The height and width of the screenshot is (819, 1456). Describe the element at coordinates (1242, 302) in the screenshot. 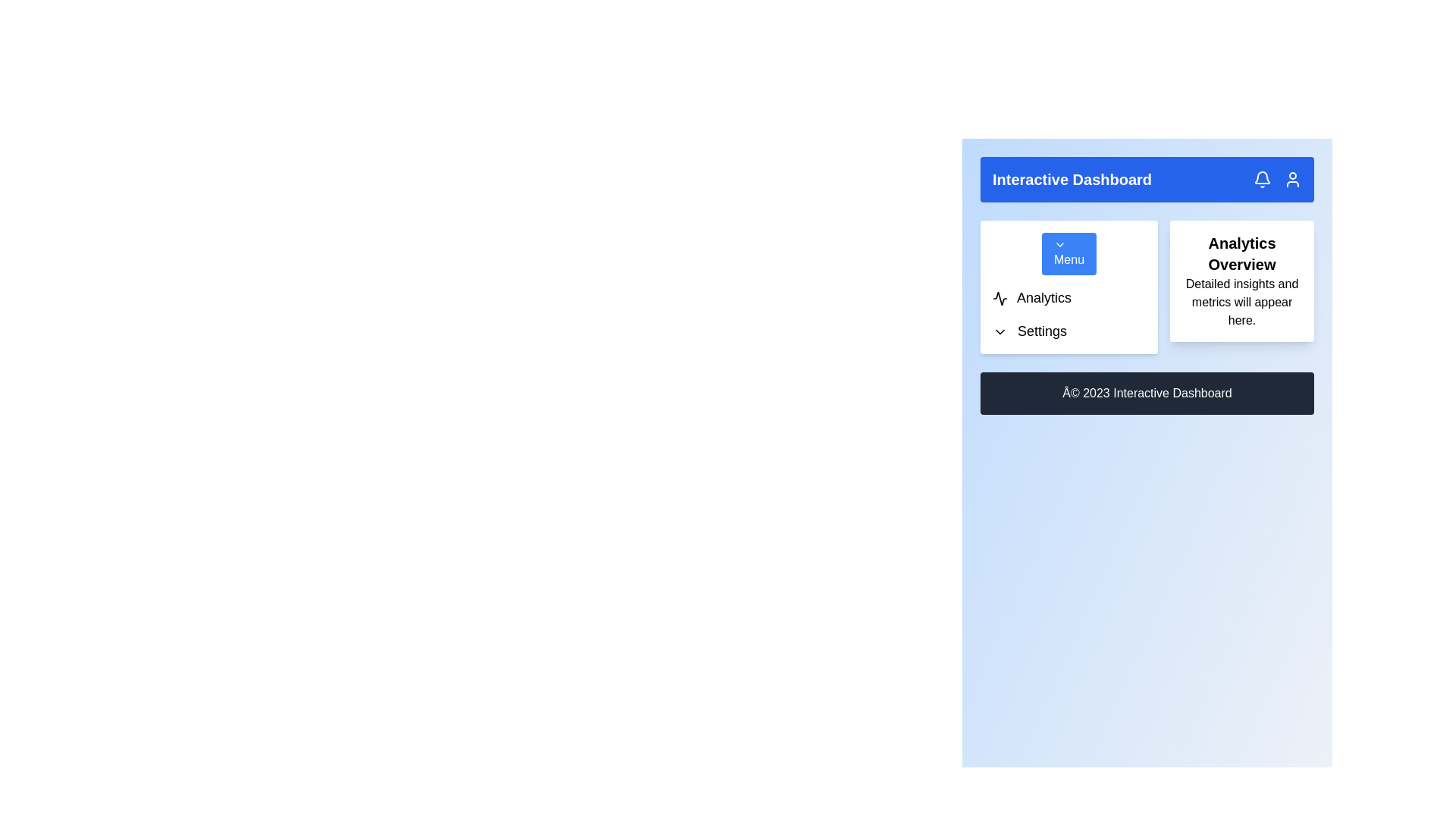

I see `the text label containing the message 'Detailed insights and metrics will appear here.' which is styled in black text on a white background, located in the right side of the main dashboard area below the header text 'Analytics Overview'` at that location.